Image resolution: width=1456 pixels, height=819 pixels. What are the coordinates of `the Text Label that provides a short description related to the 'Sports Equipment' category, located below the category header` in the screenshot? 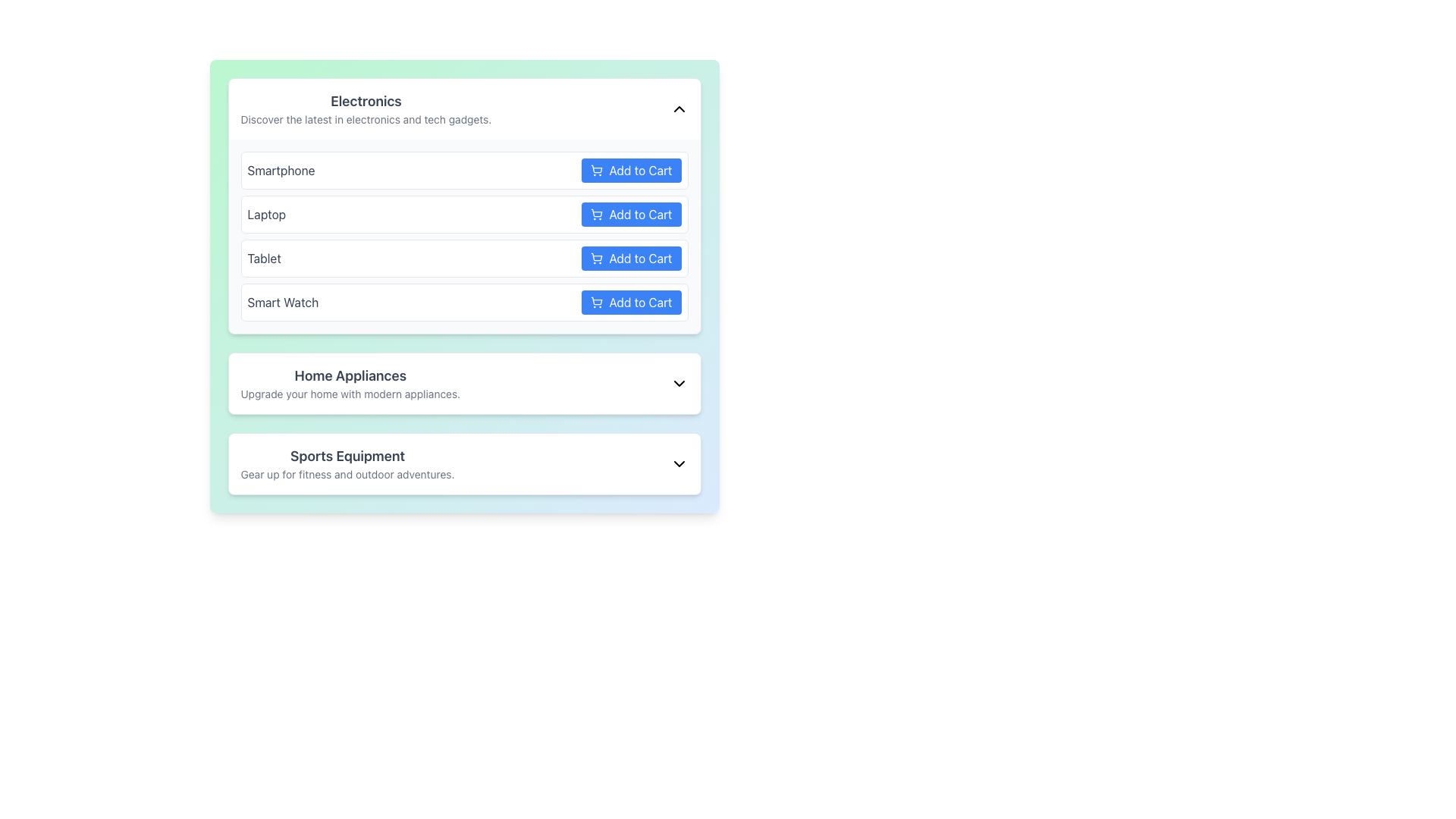 It's located at (347, 473).